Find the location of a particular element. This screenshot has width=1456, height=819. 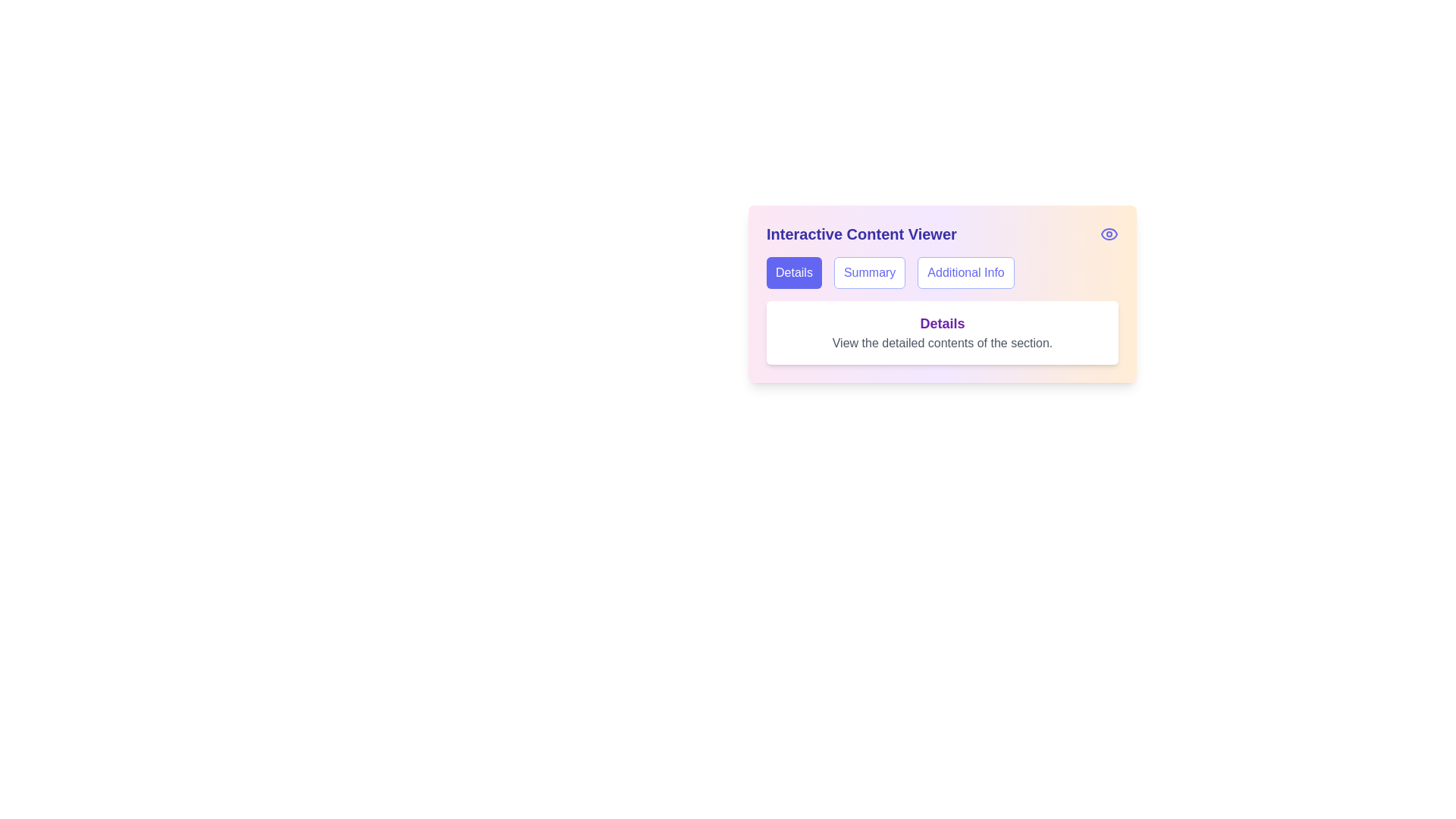

the 'Summary' button, which is a rectangular button with rounded corners and indigo text, located in the upper section of the 'Interactive Content Viewer' is located at coordinates (870, 271).